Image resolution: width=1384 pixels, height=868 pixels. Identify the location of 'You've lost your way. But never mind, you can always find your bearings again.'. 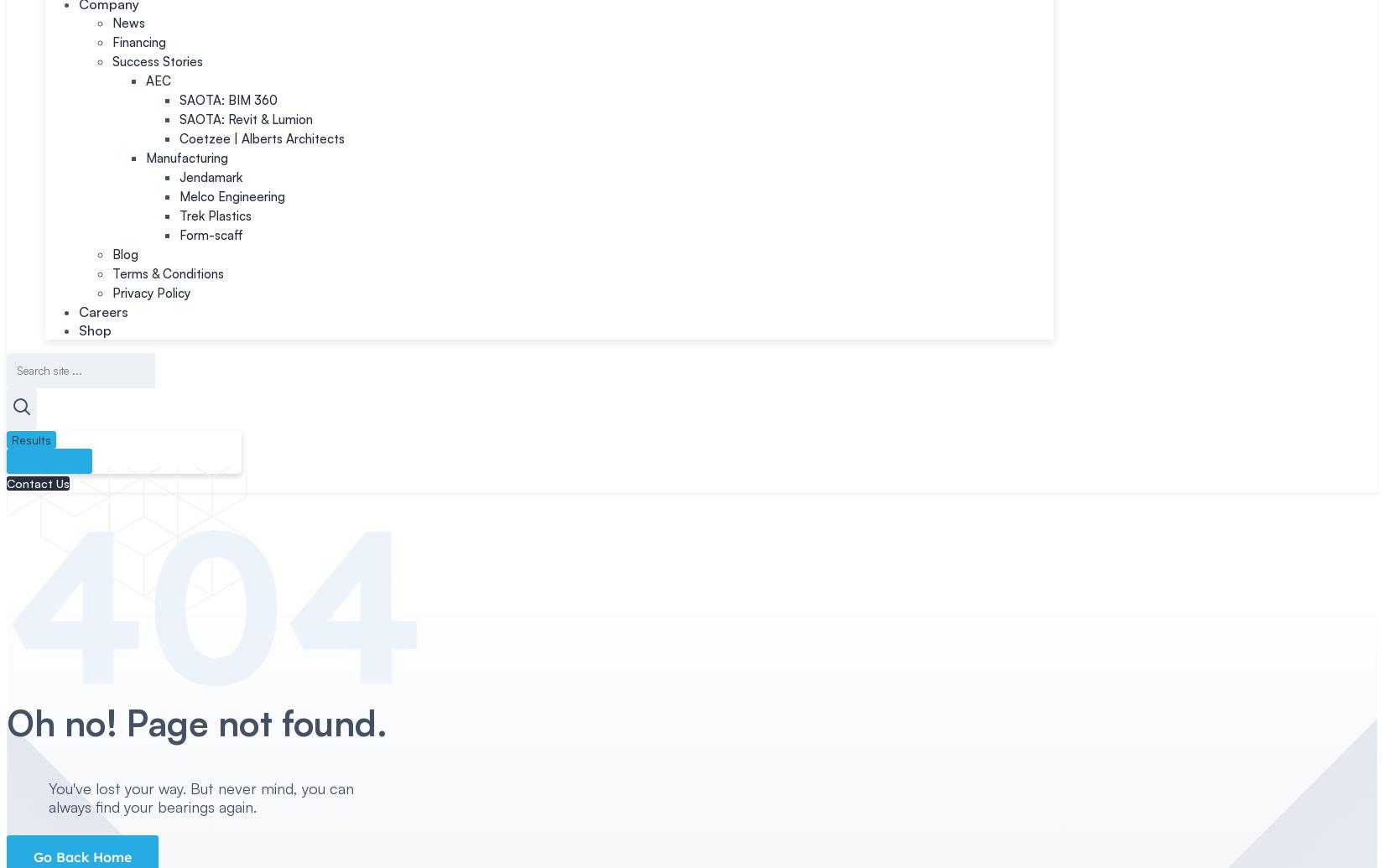
(201, 796).